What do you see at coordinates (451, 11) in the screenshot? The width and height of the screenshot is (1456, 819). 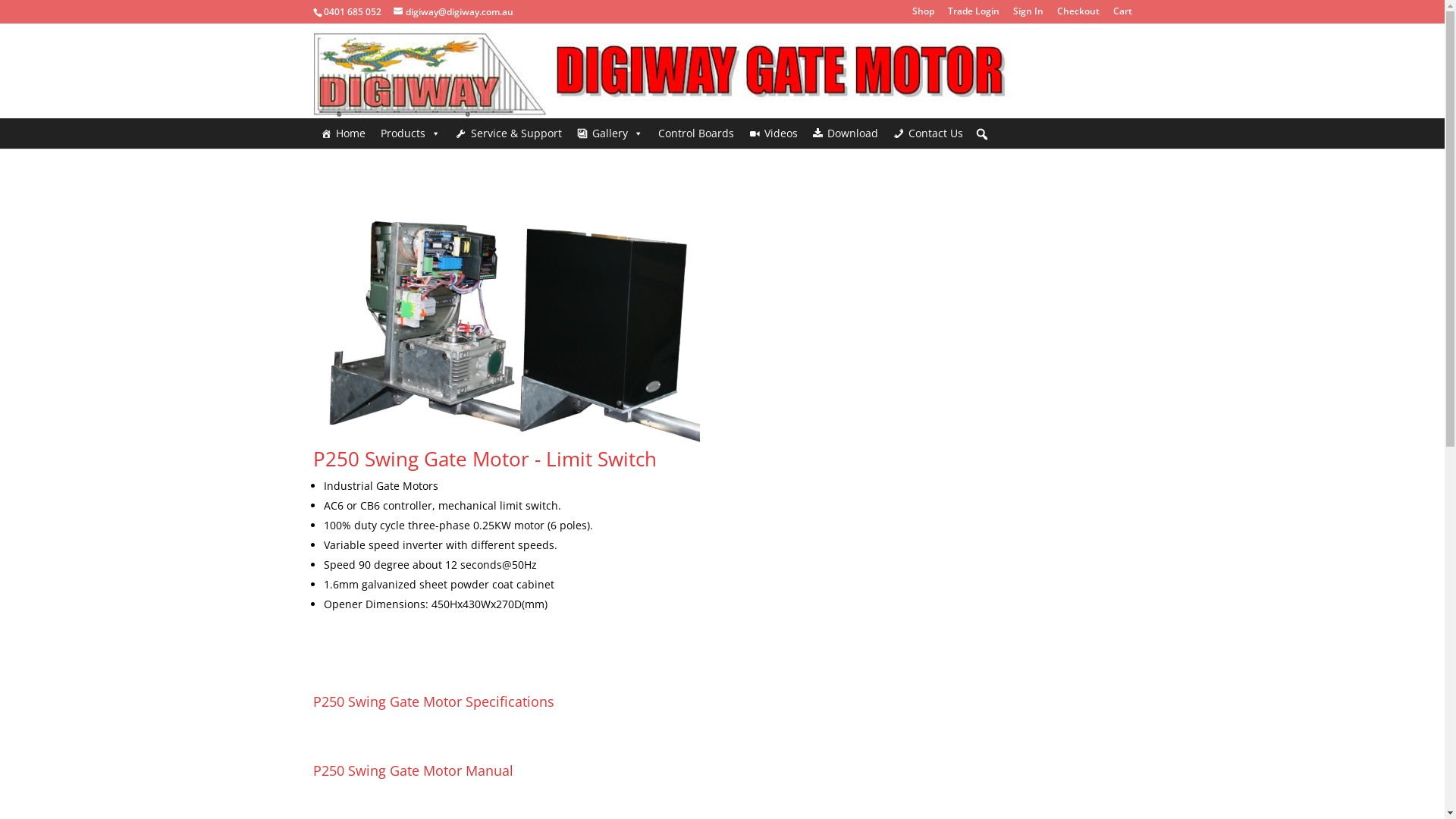 I see `'digiway@digiway.com.au'` at bounding box center [451, 11].